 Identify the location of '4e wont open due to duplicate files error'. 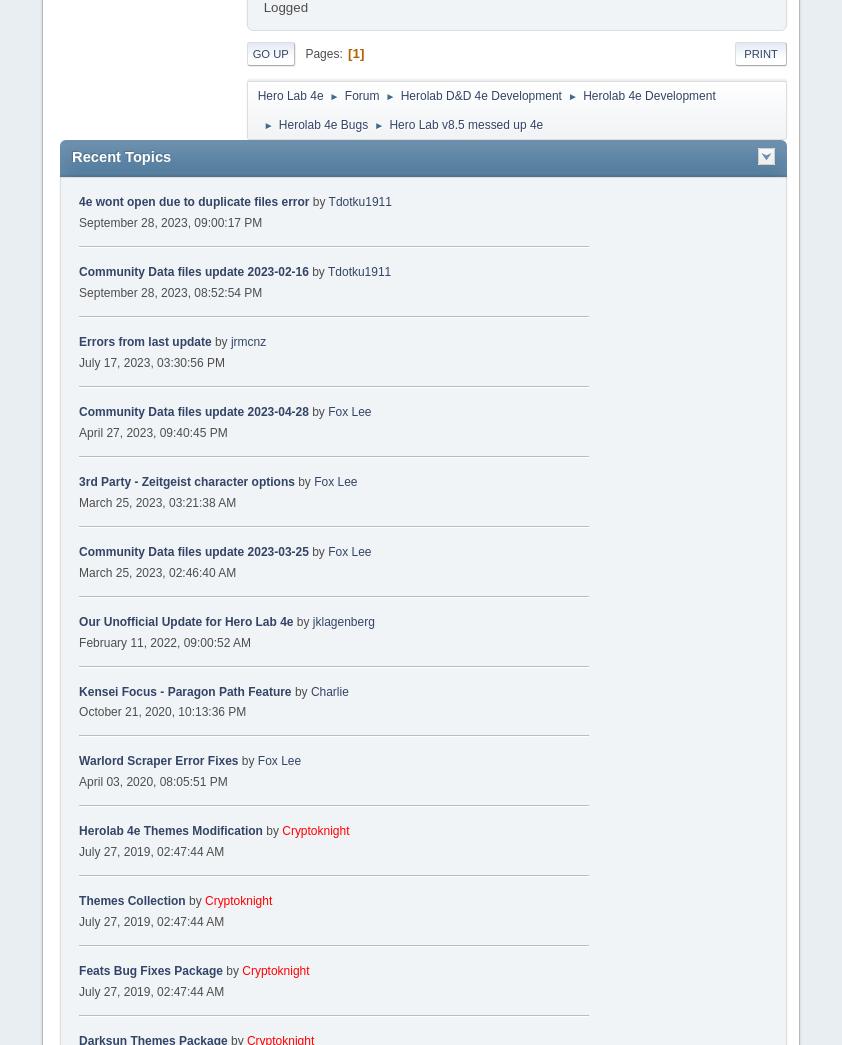
(192, 200).